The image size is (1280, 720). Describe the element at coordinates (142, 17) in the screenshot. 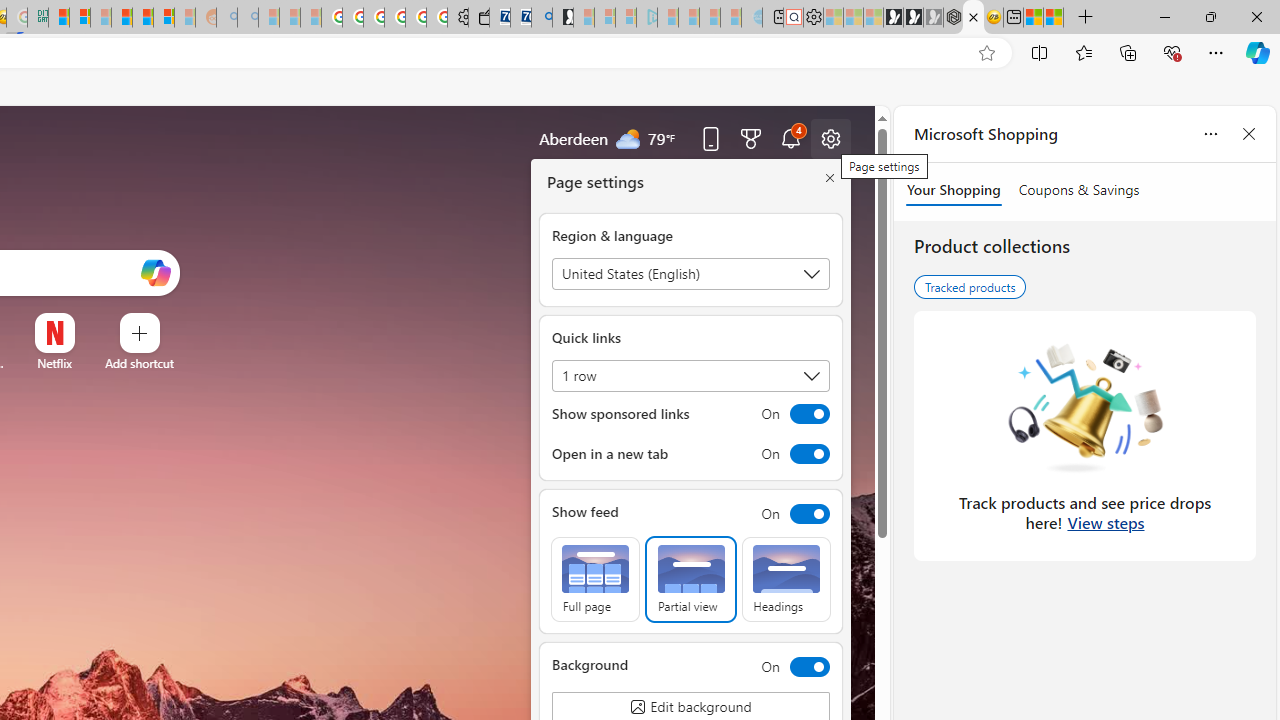

I see `'Kinda Frugal - MSN'` at that location.